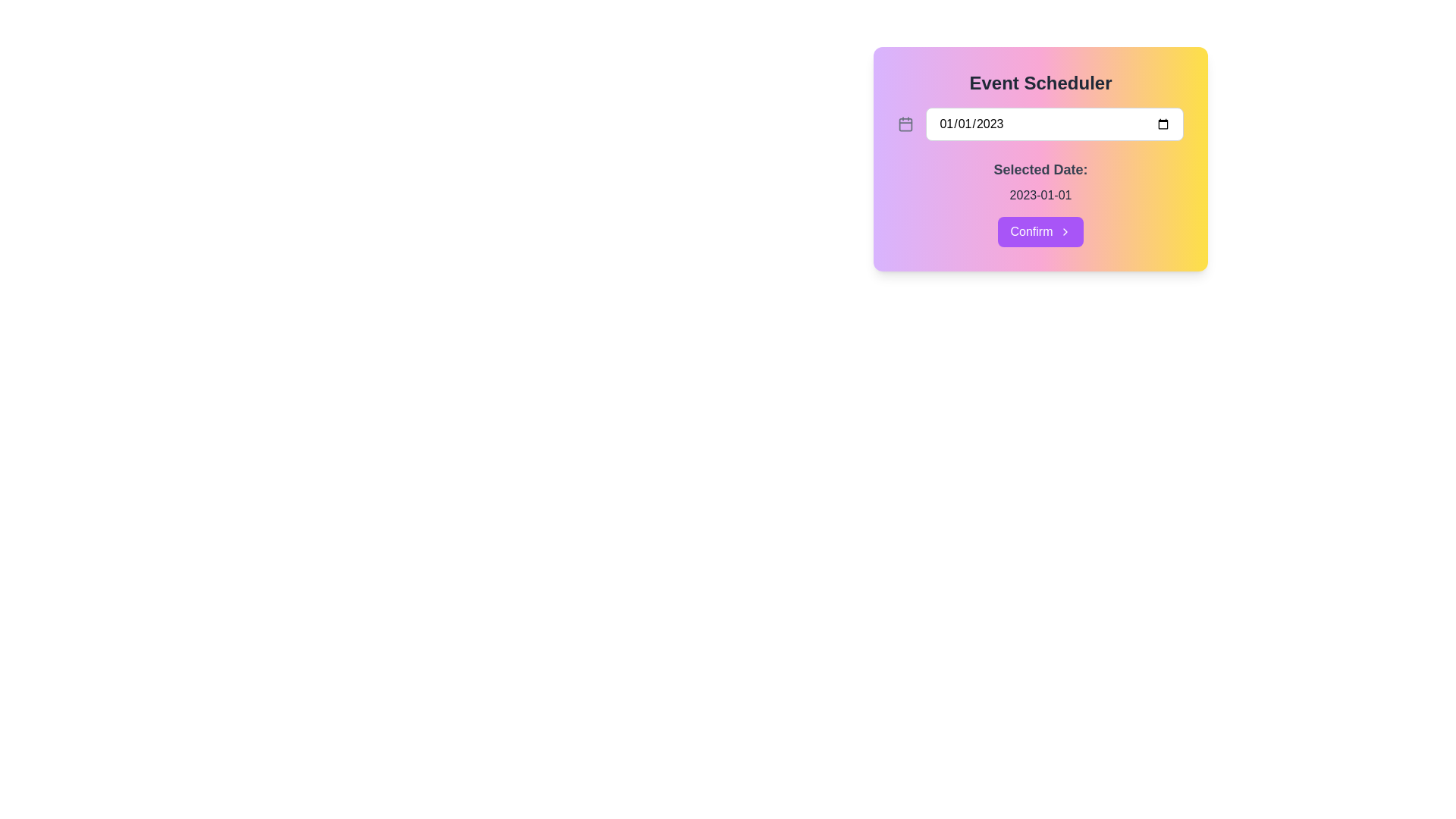 The width and height of the screenshot is (1456, 819). Describe the element at coordinates (1031, 231) in the screenshot. I see `the text label indicating a confirmation action, which is centrally located within the purple button beneath the 'Selected Date' section` at that location.